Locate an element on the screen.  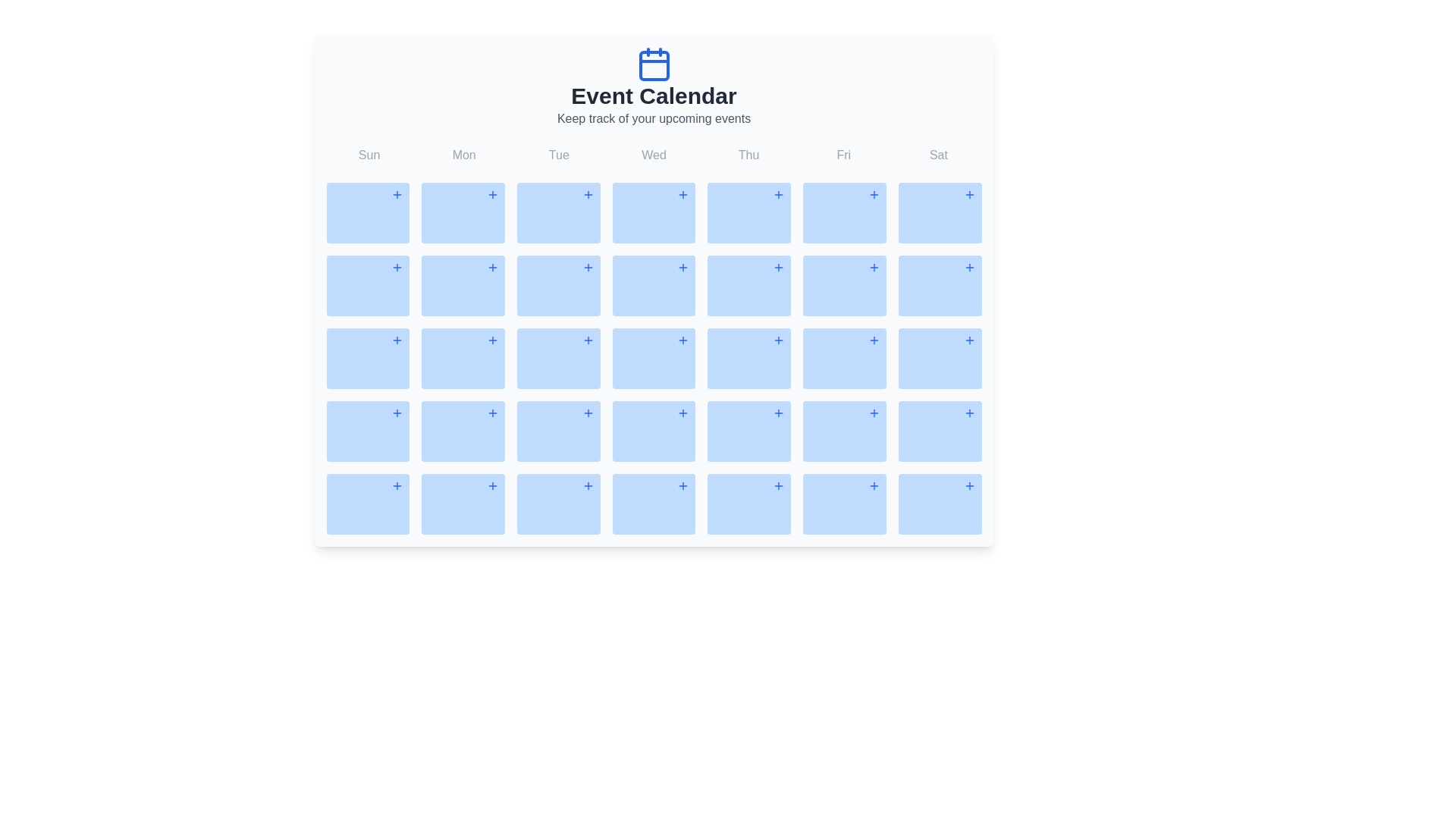
the blue plus sign icon button located at the top-right corner inside the fourth row and first column of the calendar grid is located at coordinates (397, 413).